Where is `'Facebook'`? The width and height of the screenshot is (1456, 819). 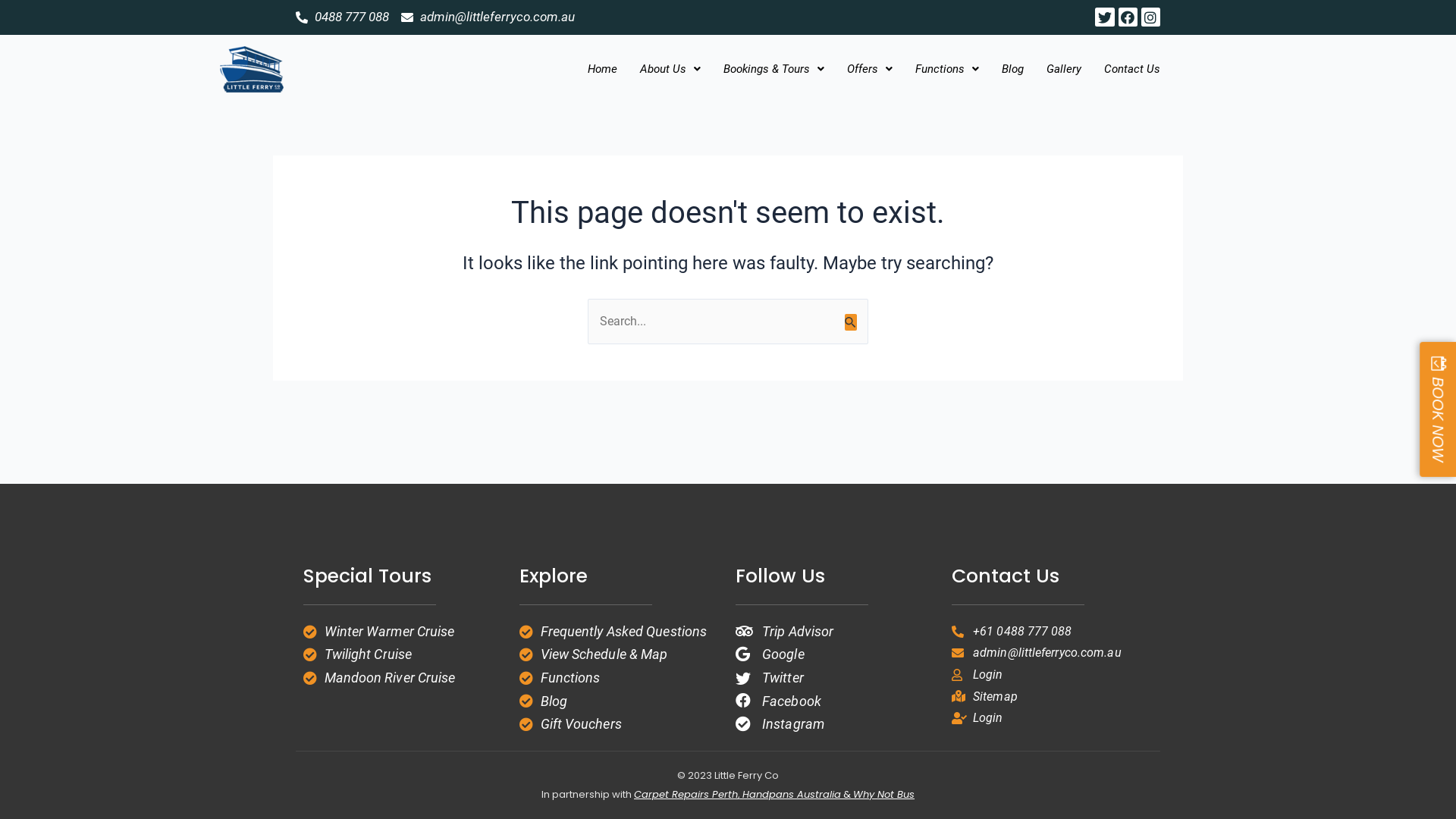 'Facebook' is located at coordinates (735, 701).